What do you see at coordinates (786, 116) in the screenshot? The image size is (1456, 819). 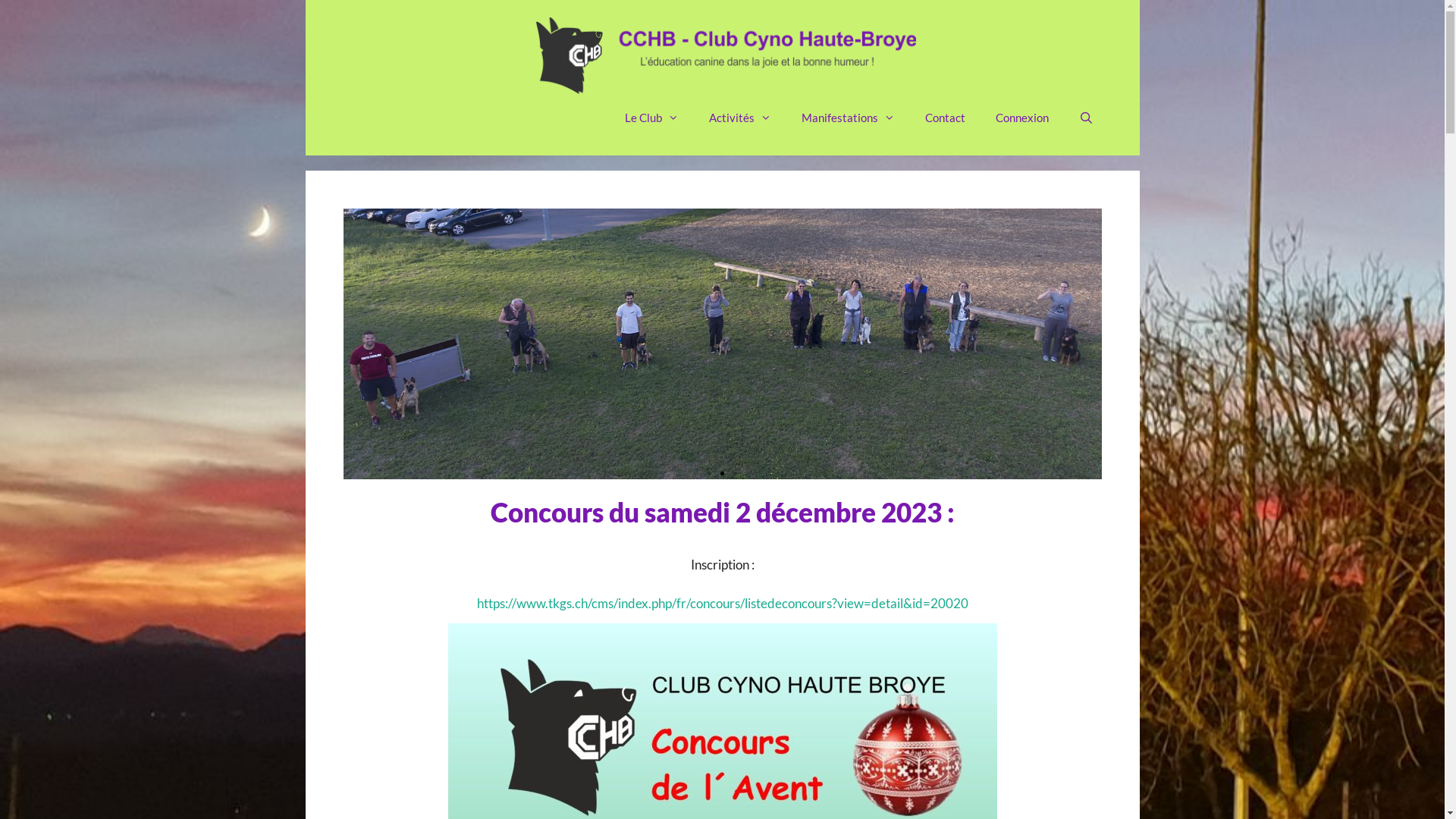 I see `'Manifestations'` at bounding box center [786, 116].